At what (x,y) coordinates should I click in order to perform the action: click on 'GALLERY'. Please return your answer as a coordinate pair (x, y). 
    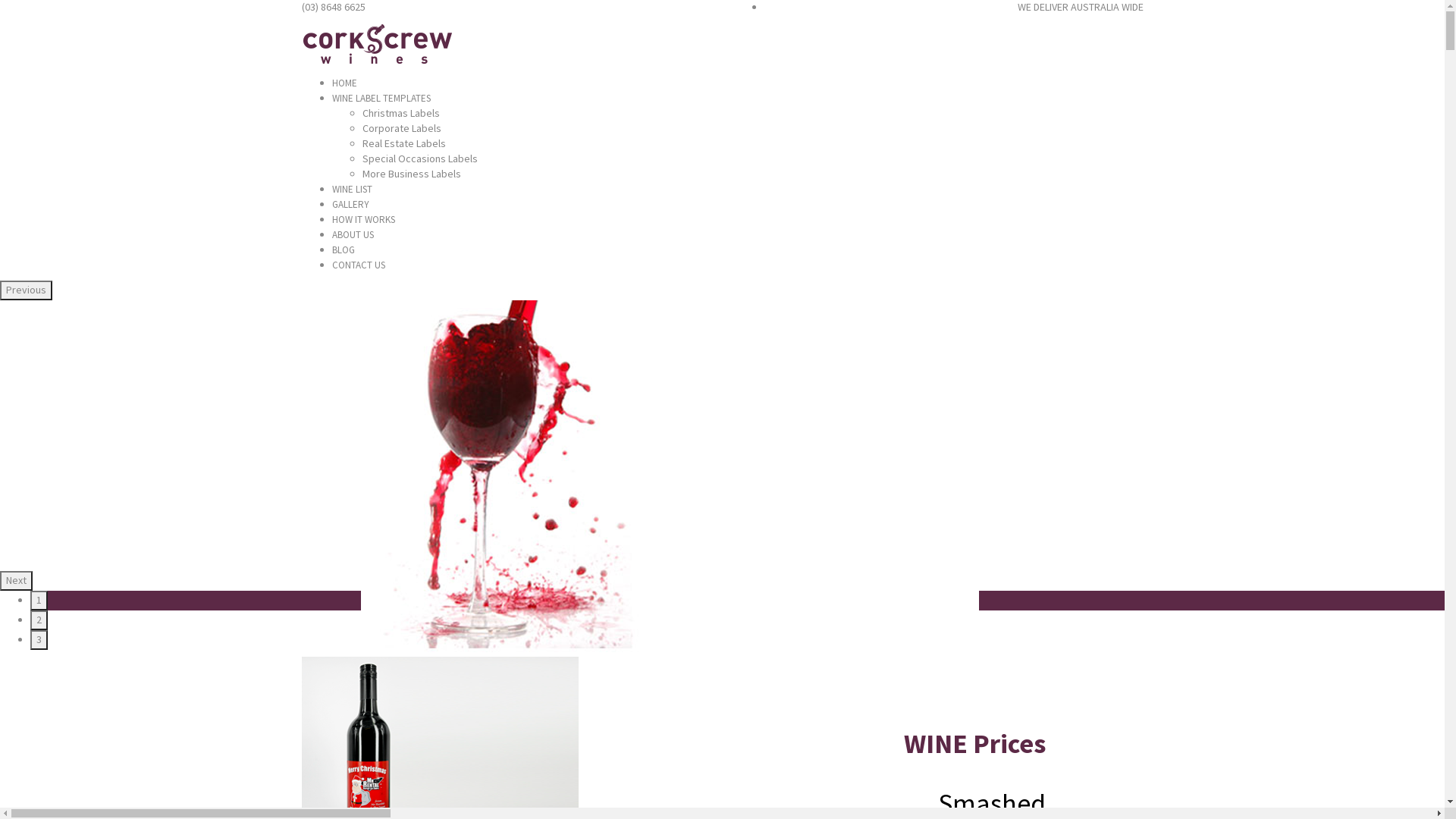
    Looking at the image, I should click on (350, 203).